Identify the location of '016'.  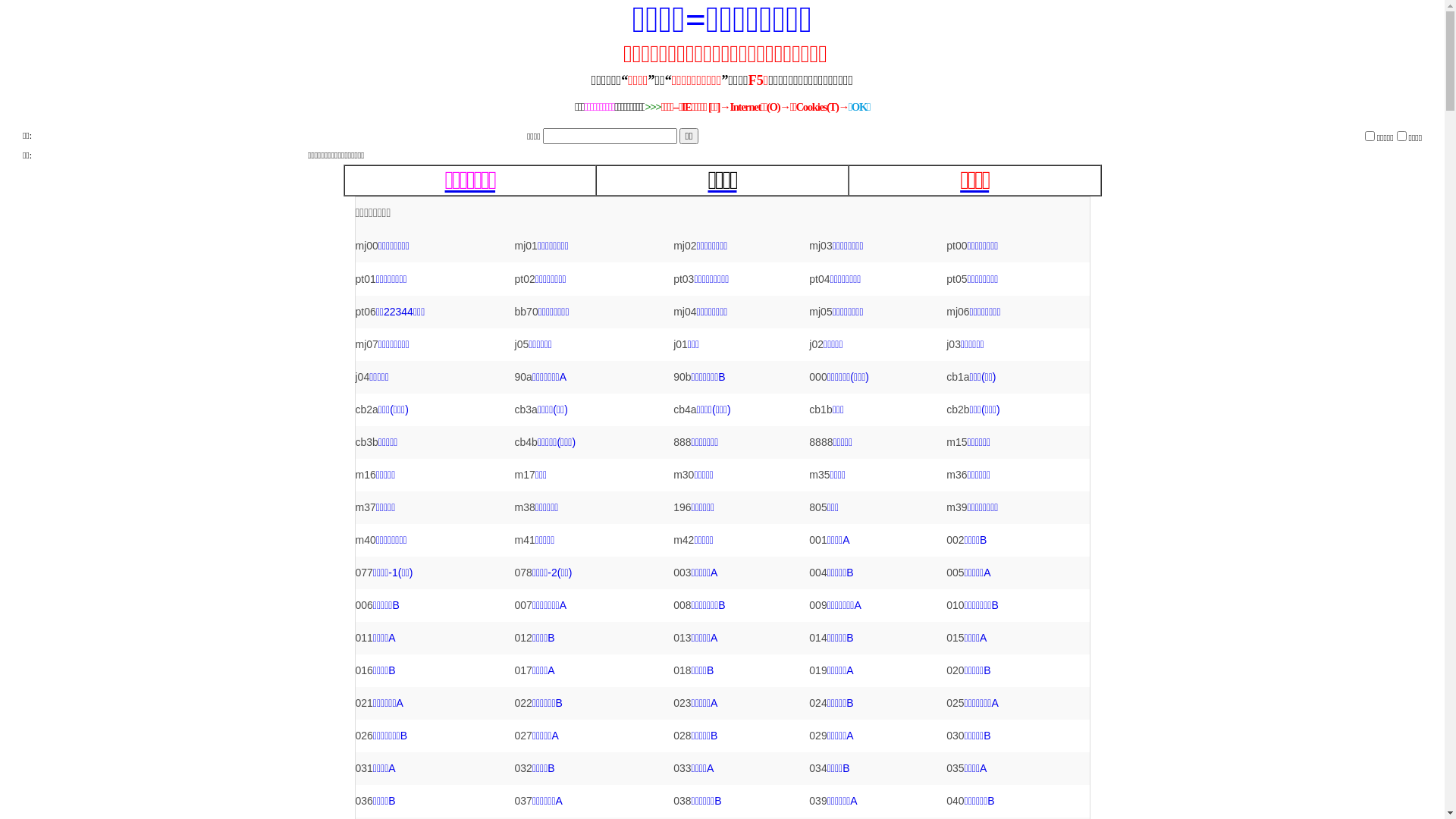
(362, 669).